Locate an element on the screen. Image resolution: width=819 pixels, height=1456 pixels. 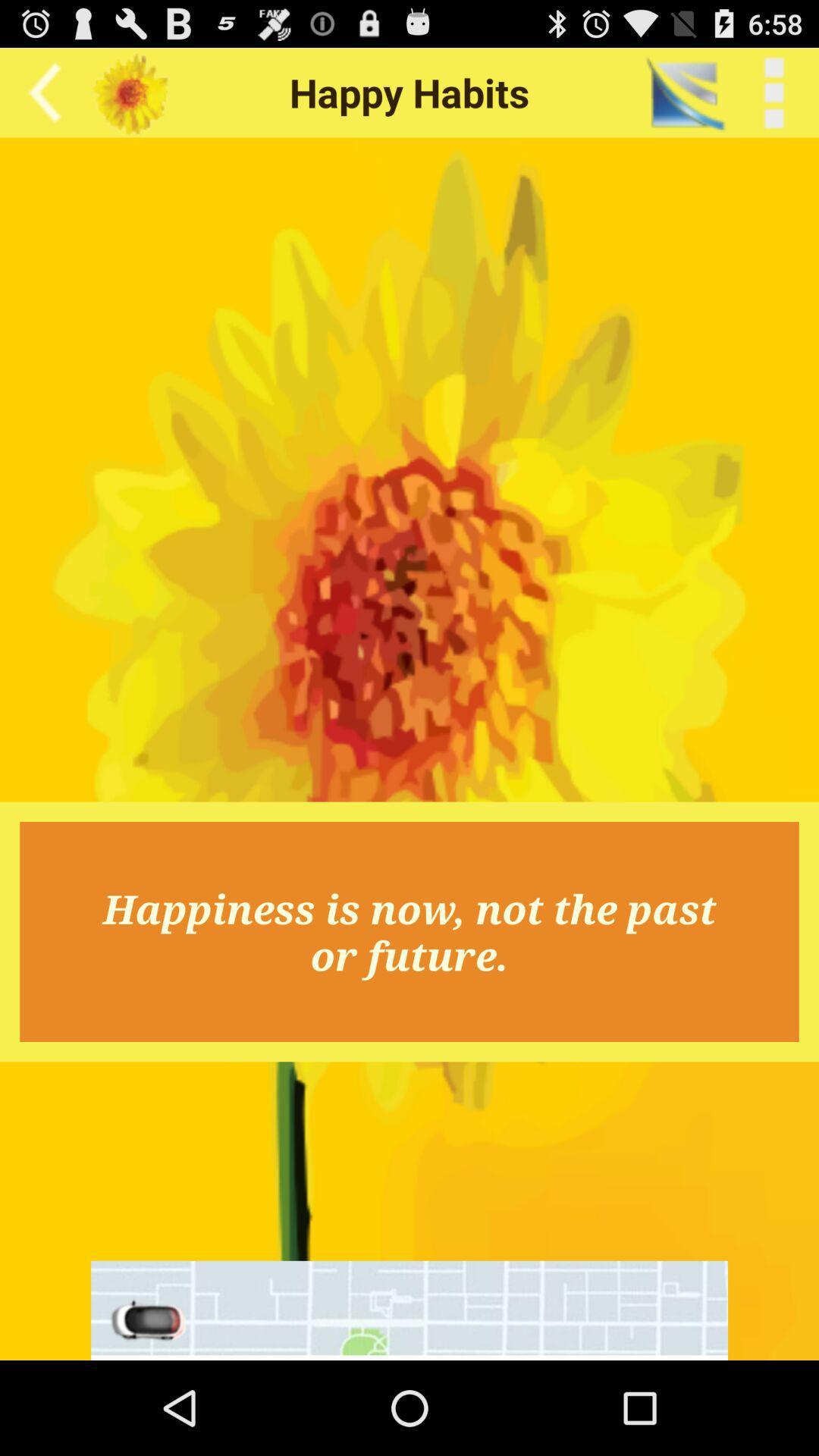
open map is located at coordinates (409, 1310).